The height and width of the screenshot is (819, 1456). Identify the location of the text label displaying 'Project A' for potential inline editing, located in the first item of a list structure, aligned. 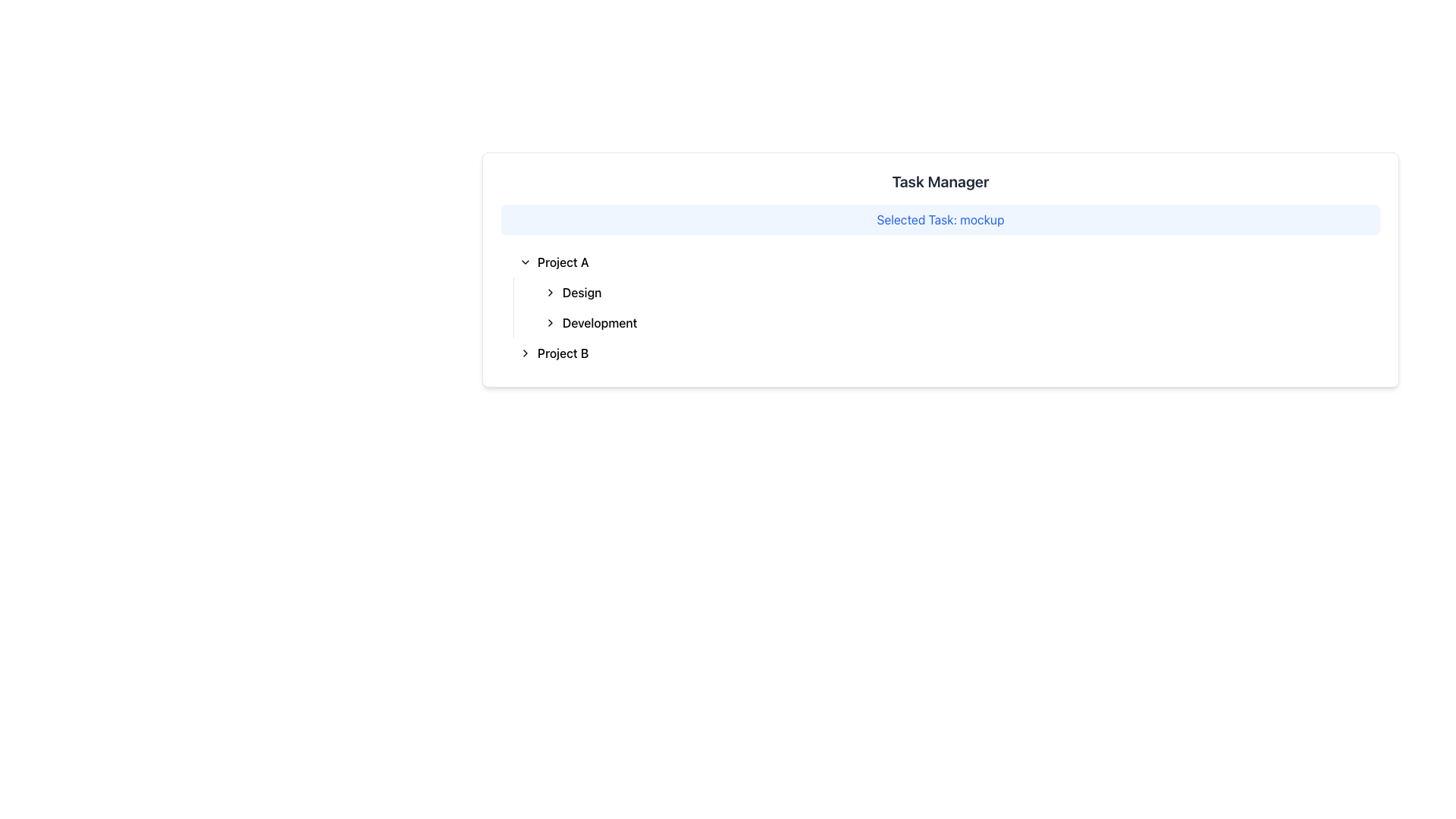
(562, 262).